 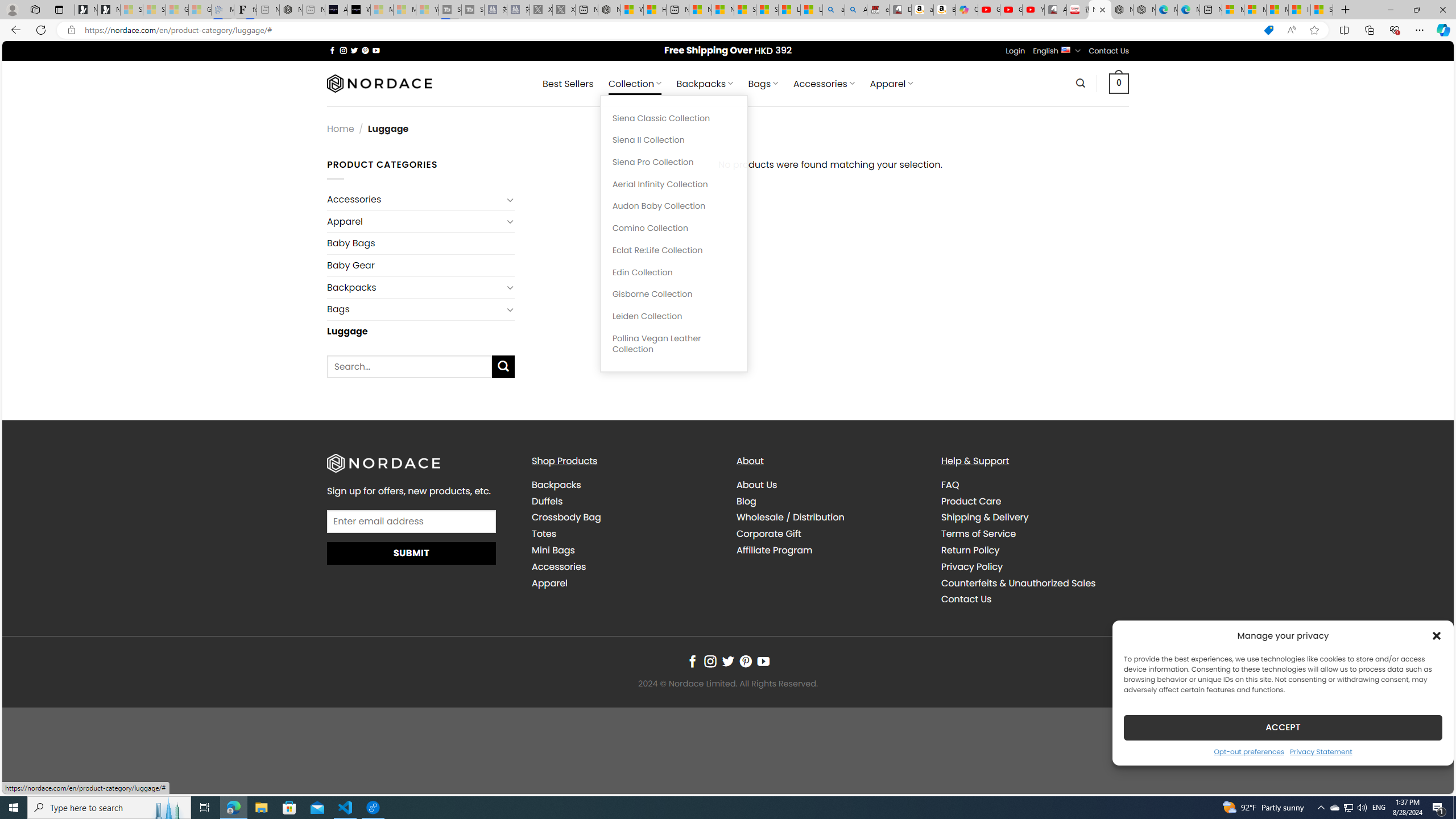 What do you see at coordinates (673, 294) in the screenshot?
I see `'Gisborne Collection'` at bounding box center [673, 294].